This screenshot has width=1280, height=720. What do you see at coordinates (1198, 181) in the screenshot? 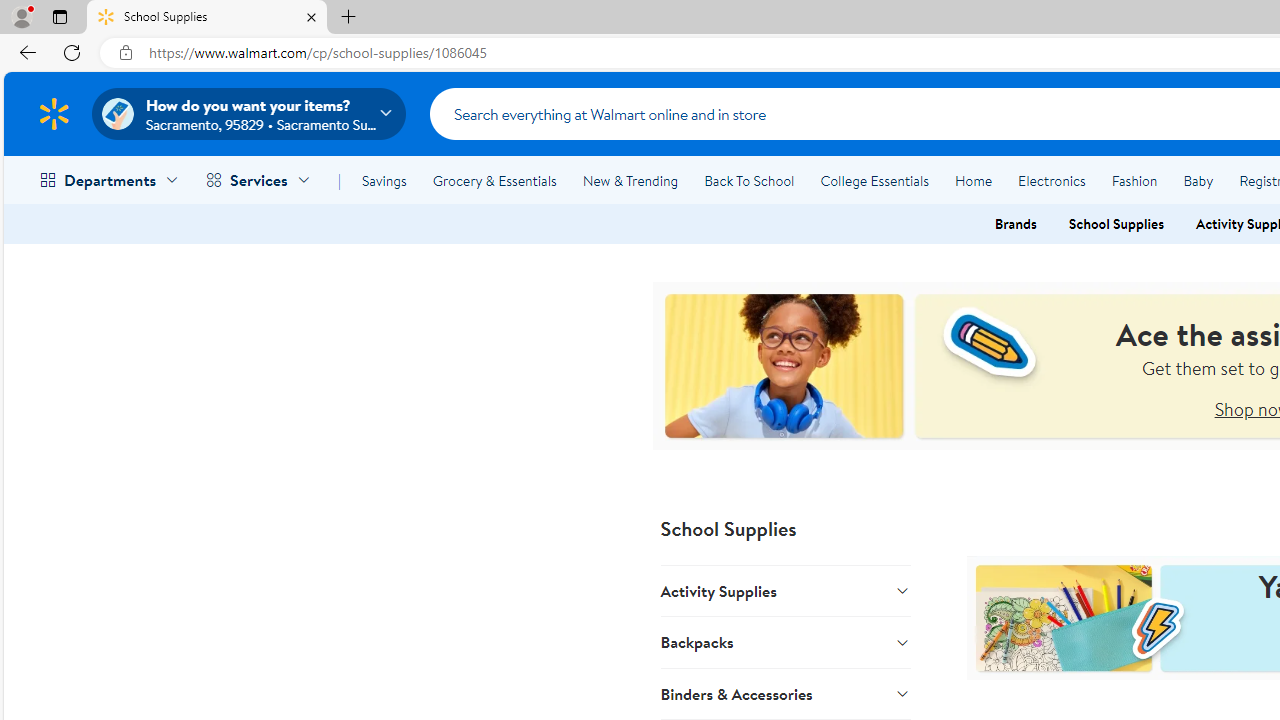
I see `'Baby'` at bounding box center [1198, 181].